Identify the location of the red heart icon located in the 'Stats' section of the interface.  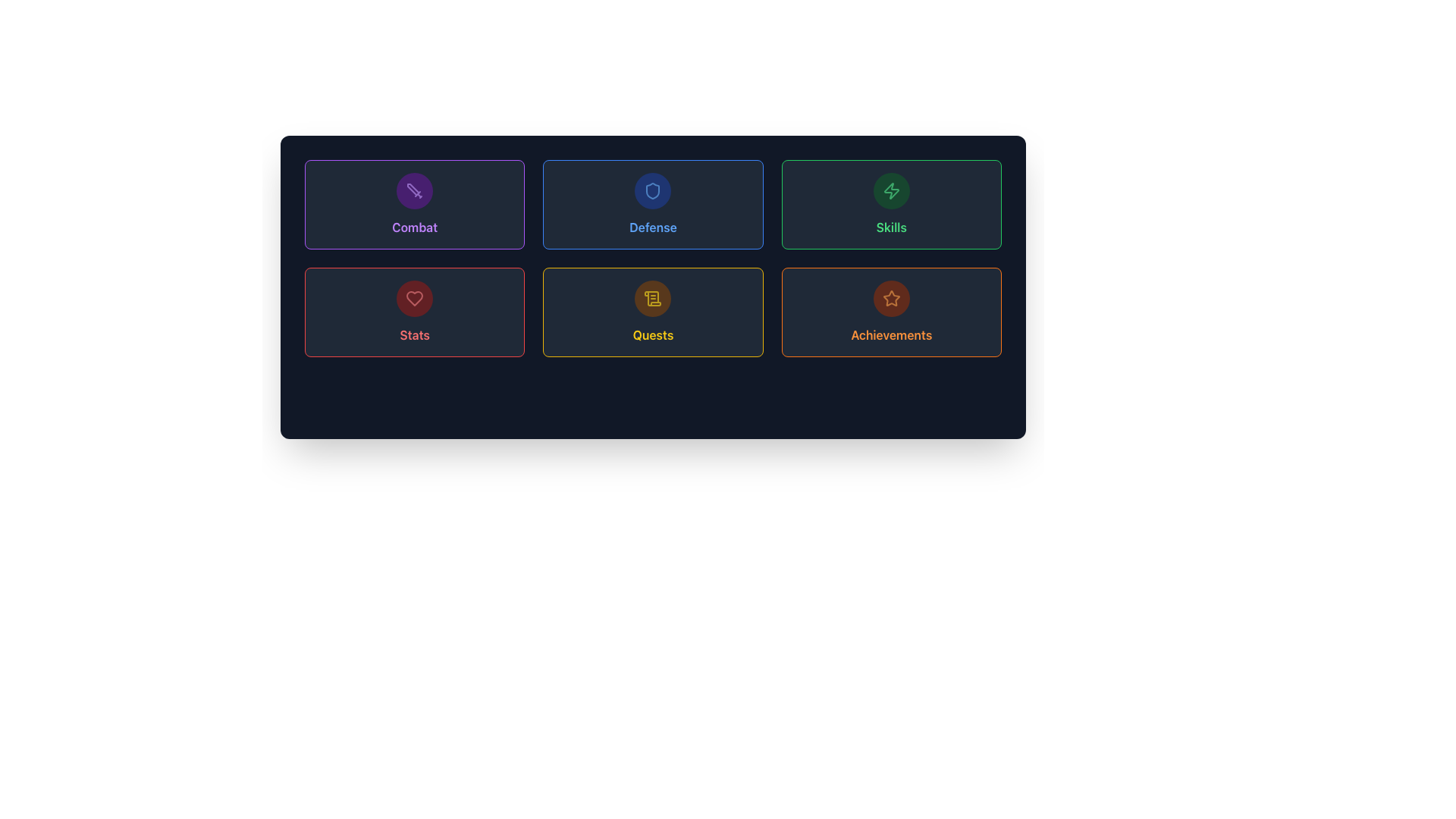
(415, 298).